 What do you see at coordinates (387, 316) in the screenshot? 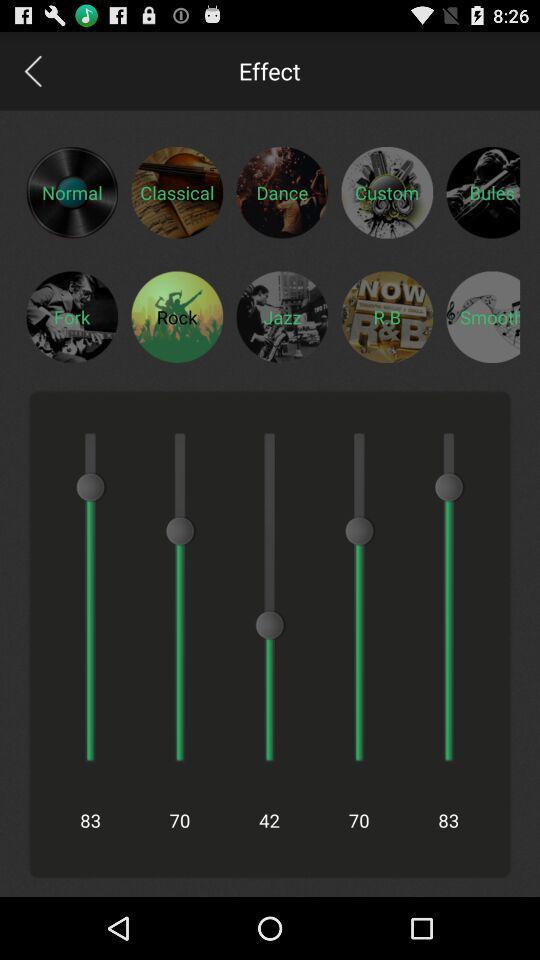
I see `r.b` at bounding box center [387, 316].